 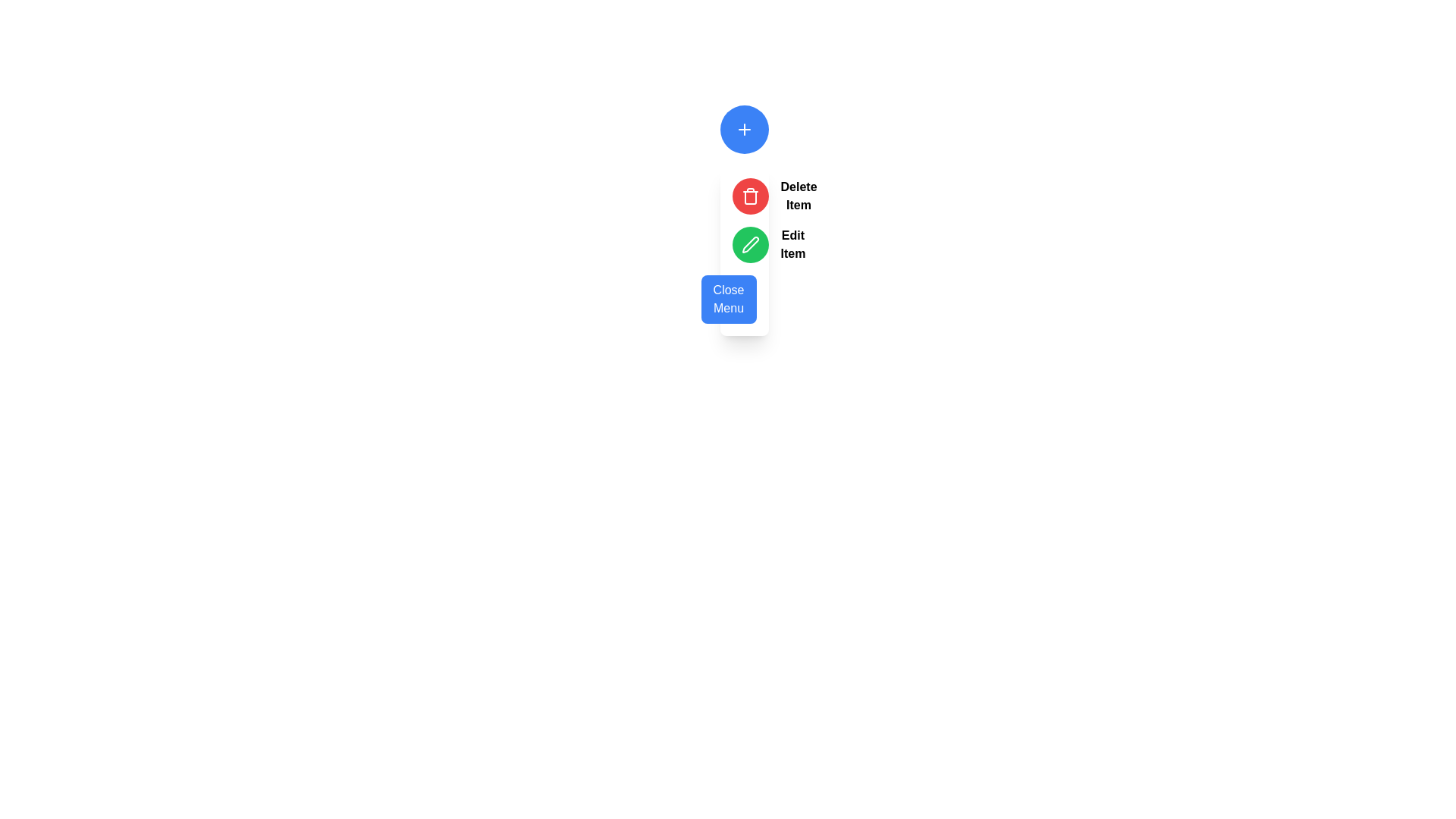 What do you see at coordinates (798, 195) in the screenshot?
I see `the text label that describes the deletion function, which is positioned below the red circular button with a trash icon` at bounding box center [798, 195].